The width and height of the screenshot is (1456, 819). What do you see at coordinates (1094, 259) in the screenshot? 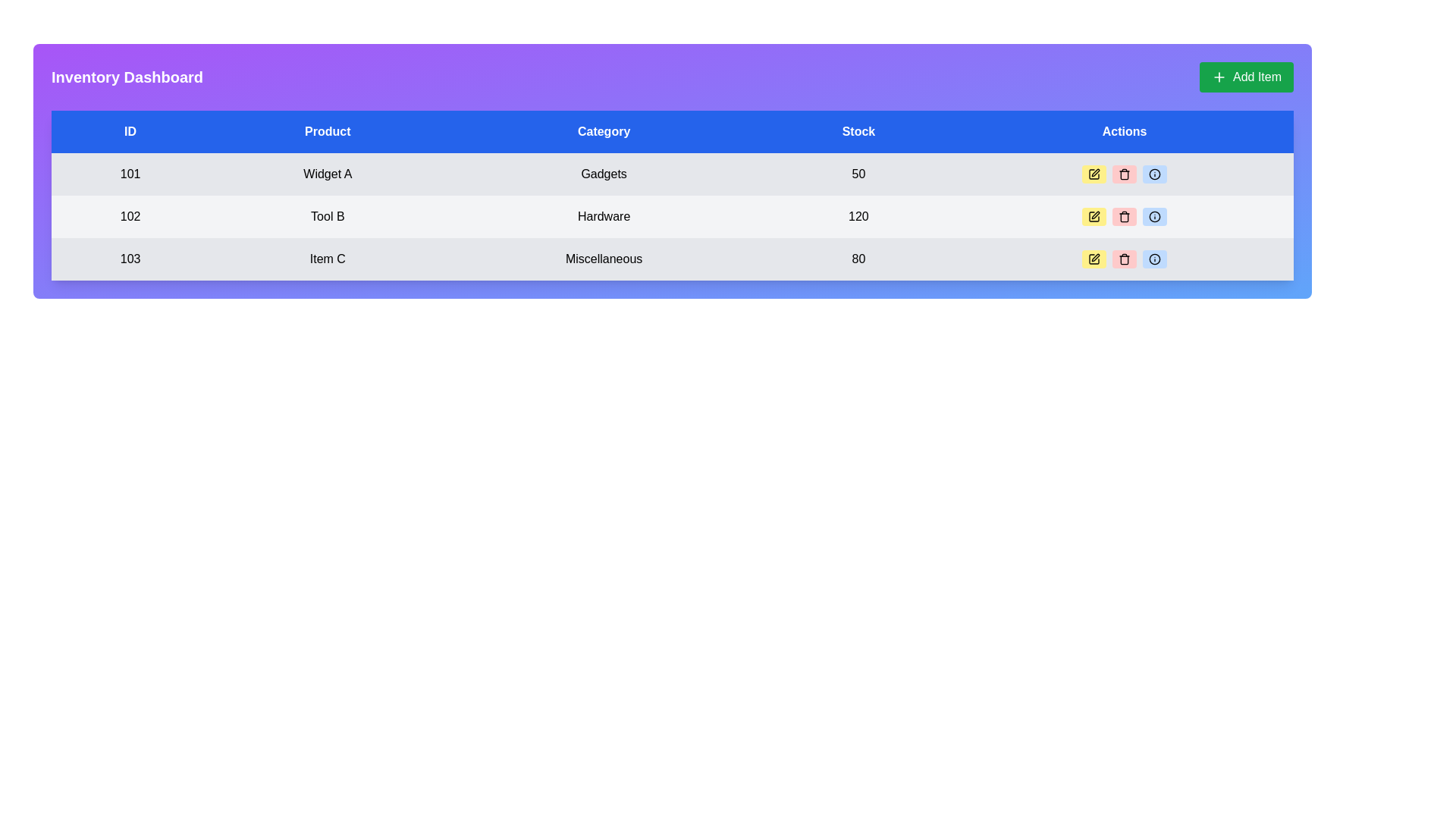
I see `the small rectangular button with a yellow background and a pen icon in the 'Actions' column of the third row in the table for 'Item C'` at bounding box center [1094, 259].